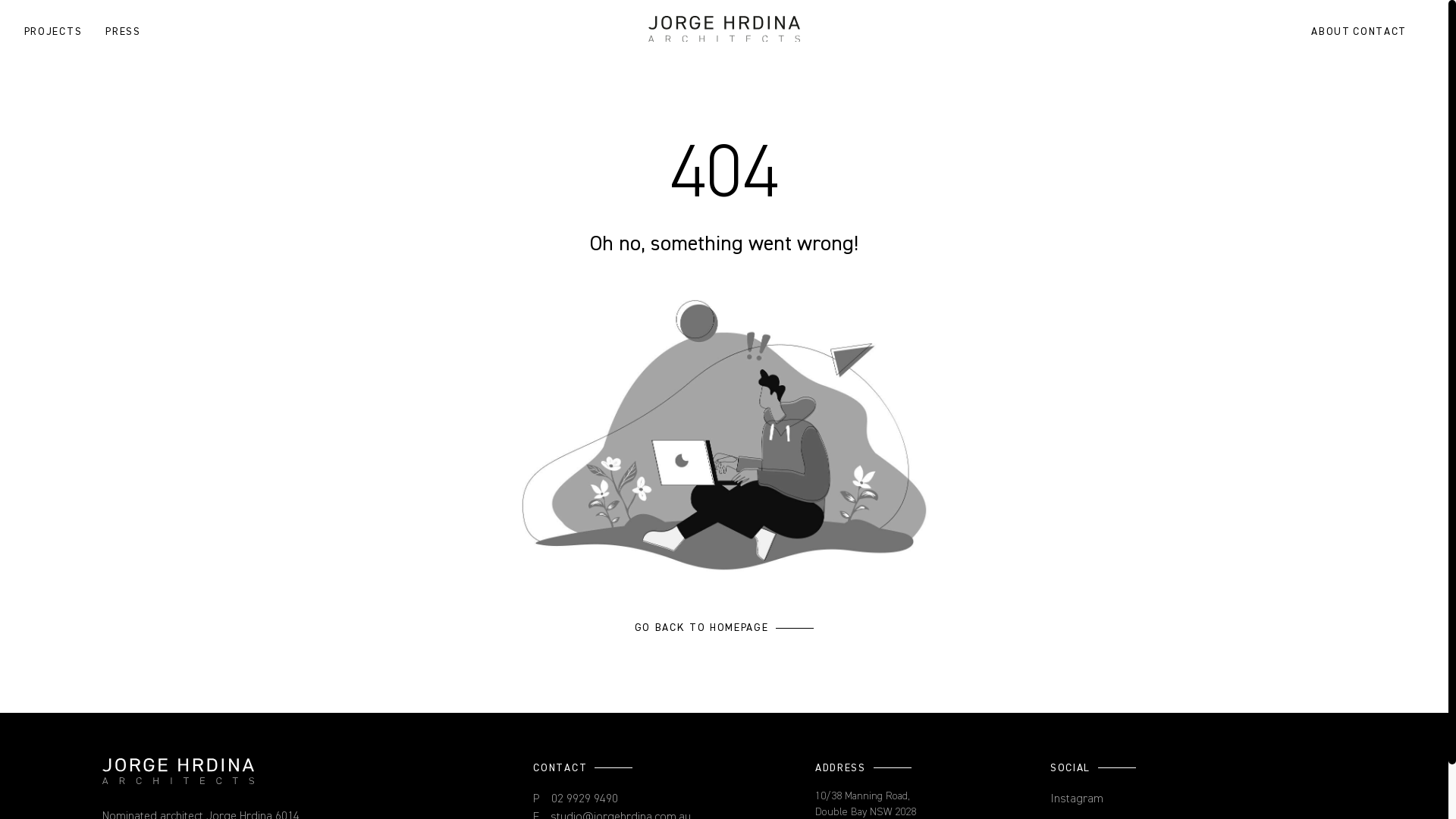  Describe the element at coordinates (53, 32) in the screenshot. I see `'PROJECTS'` at that location.